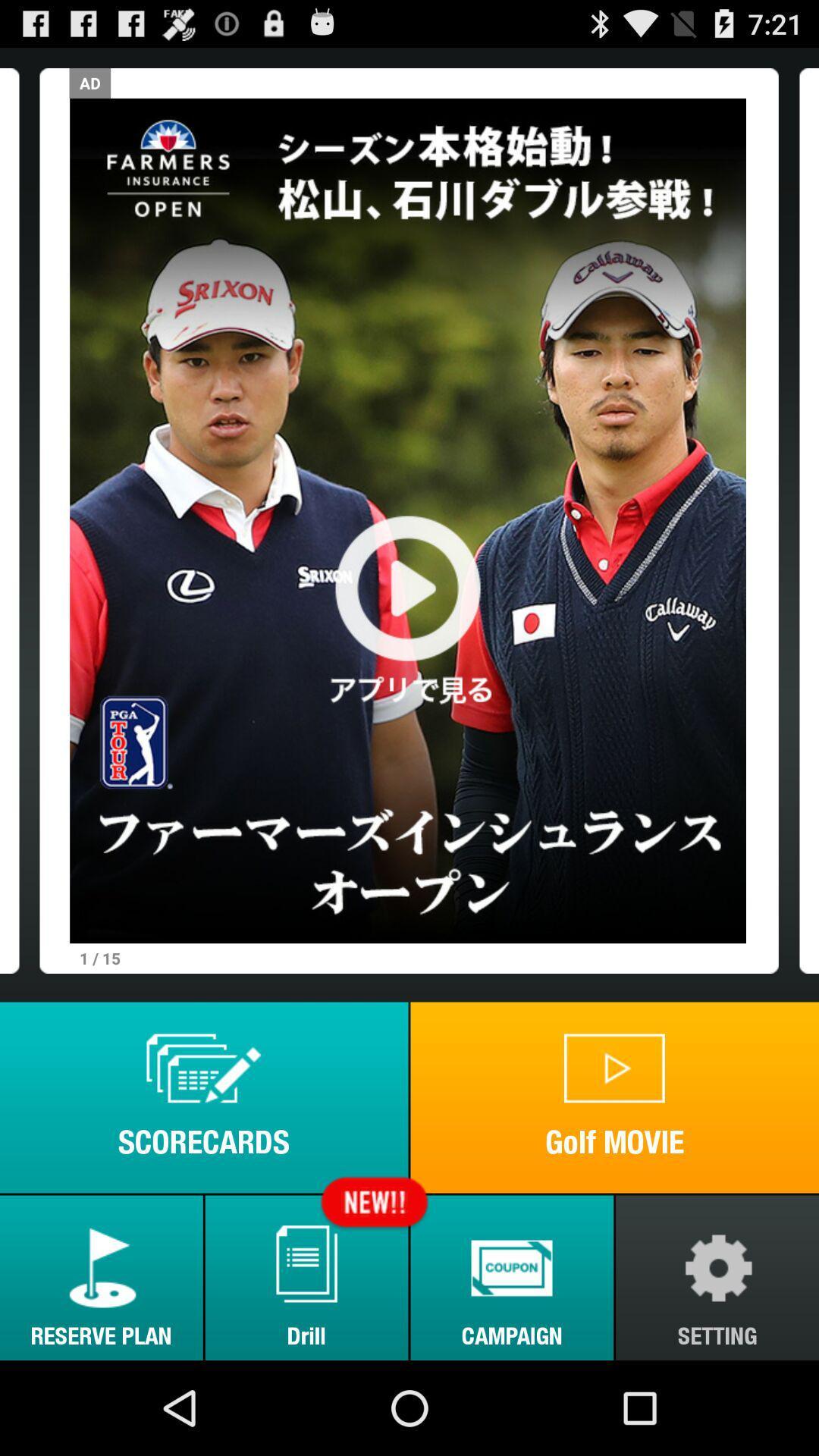  What do you see at coordinates (101, 1277) in the screenshot?
I see `item next to the drill item` at bounding box center [101, 1277].